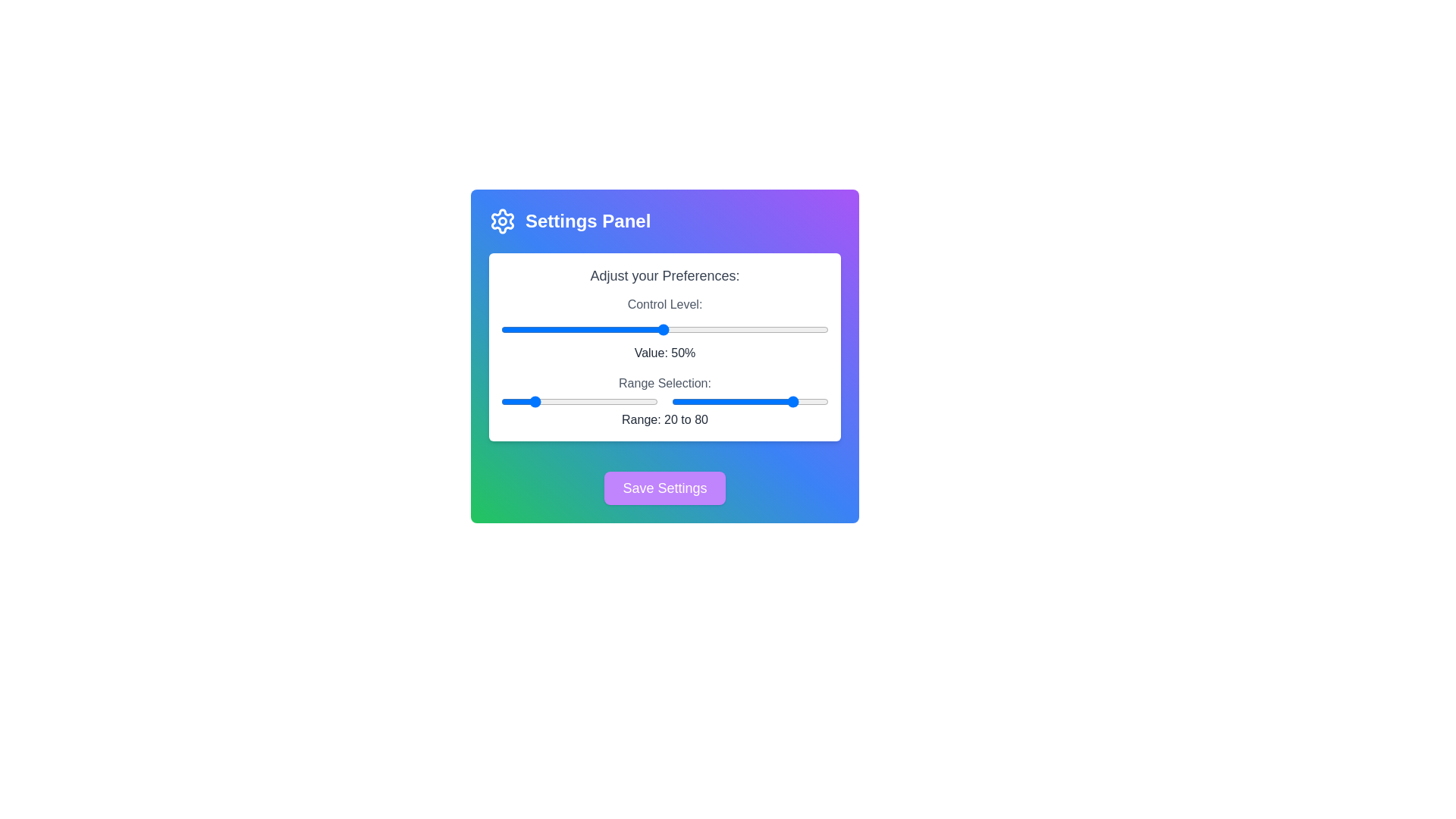  What do you see at coordinates (653, 329) in the screenshot?
I see `the slider value` at bounding box center [653, 329].